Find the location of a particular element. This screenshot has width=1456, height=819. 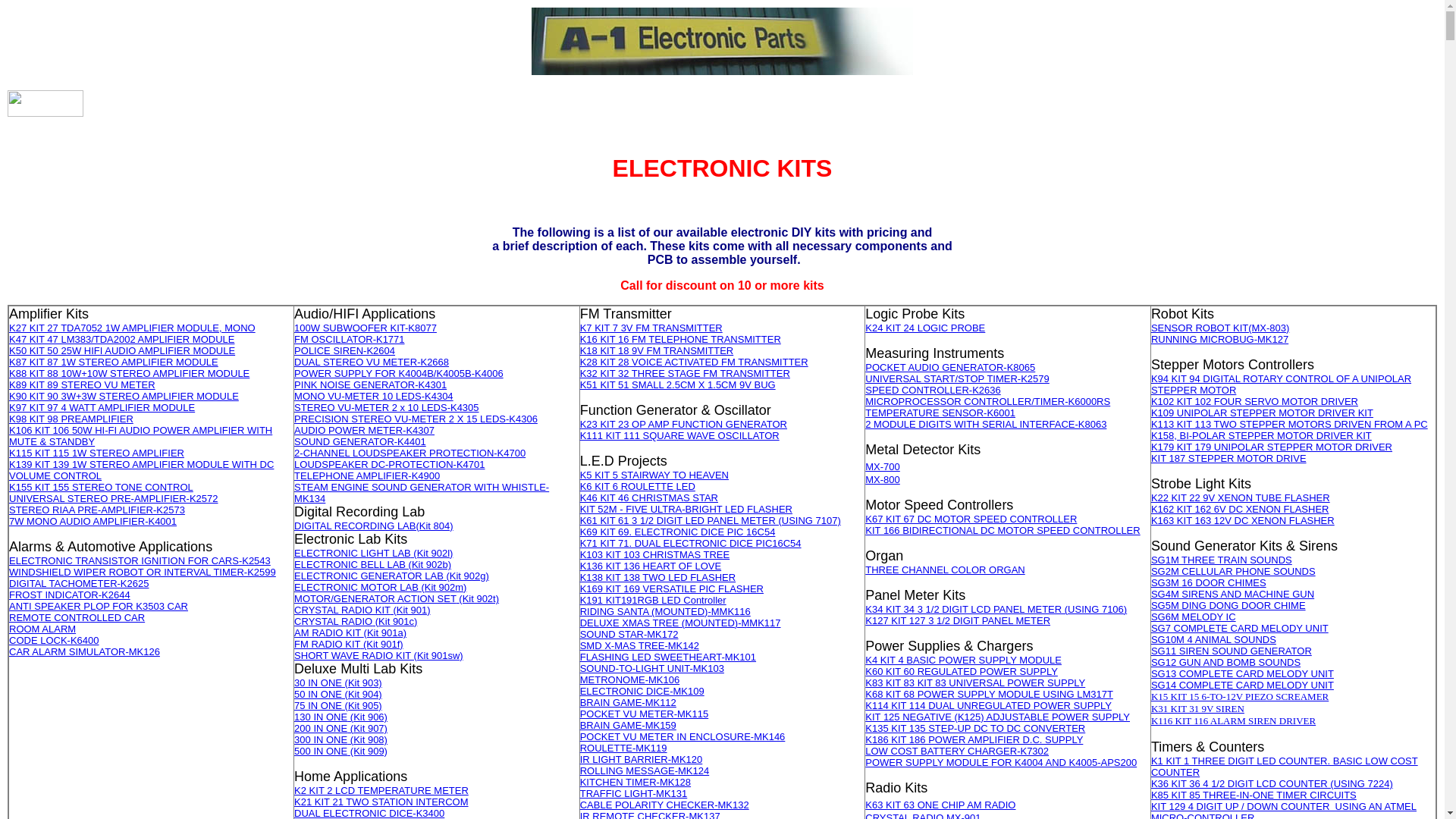

'200 IN ONE (Kit 907)' is located at coordinates (294, 727).